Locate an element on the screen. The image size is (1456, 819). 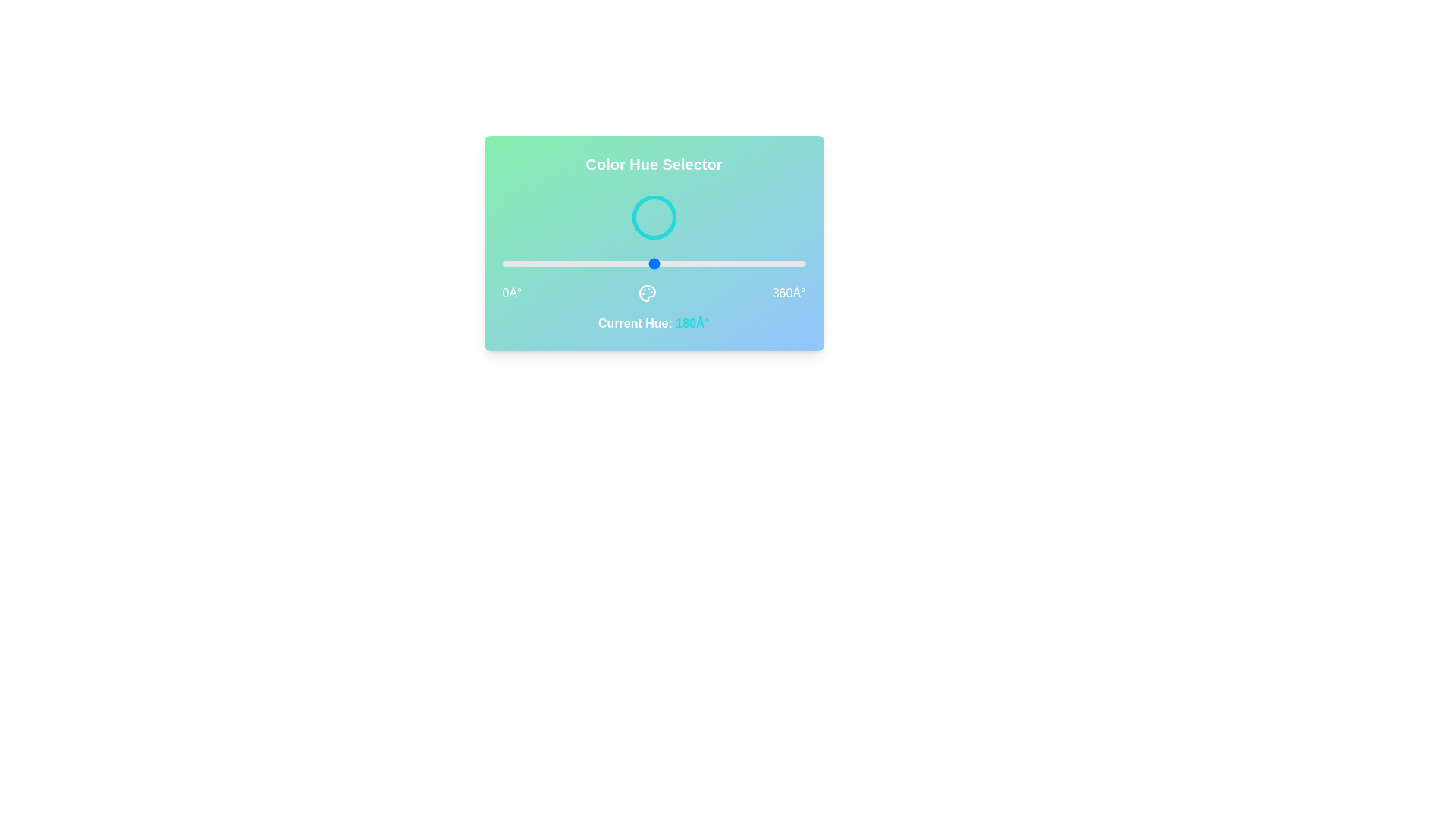
the slider to set the hue to 261 degrees, causing the circle's color to change accordingly is located at coordinates (721, 262).